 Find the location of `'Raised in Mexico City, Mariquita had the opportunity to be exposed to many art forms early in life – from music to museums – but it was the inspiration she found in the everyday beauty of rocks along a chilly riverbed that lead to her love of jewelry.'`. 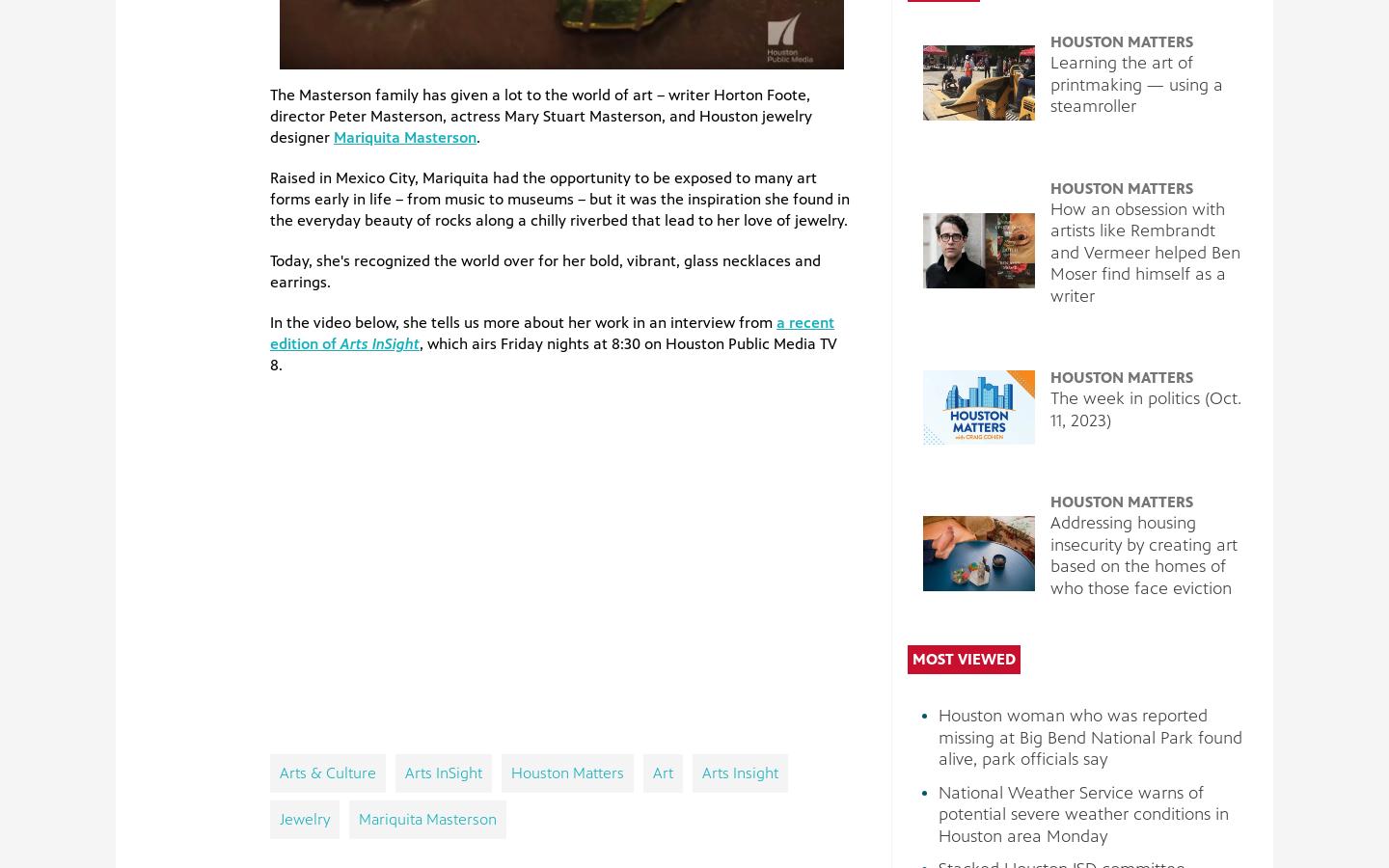

'Raised in Mexico City, Mariquita had the opportunity to be exposed to many art forms early in life – from music to museums – but it was the inspiration she found in the everyday beauty of rocks along a chilly riverbed that lead to her love of jewelry.' is located at coordinates (268, 199).